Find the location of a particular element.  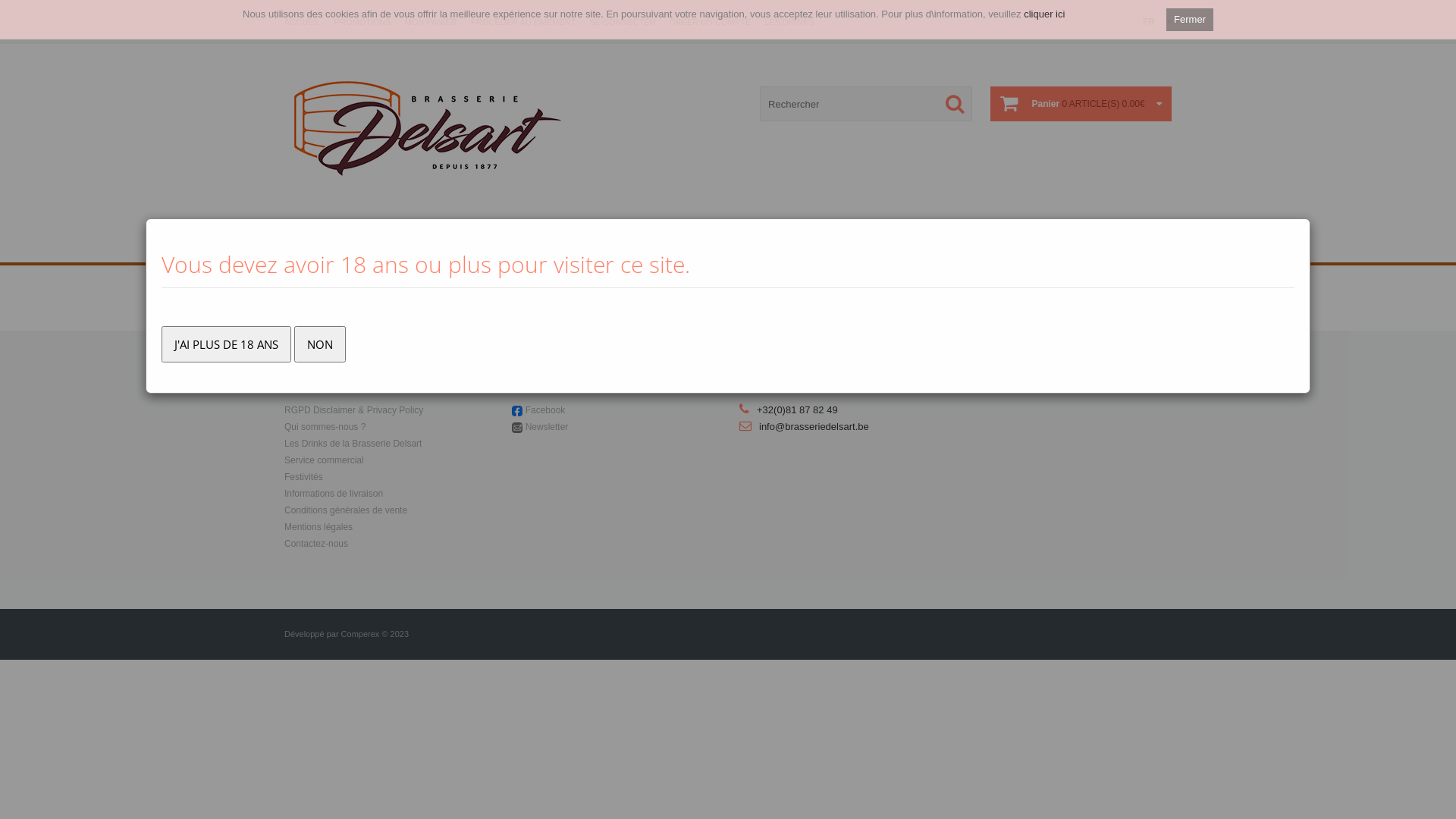

'Fermer' is located at coordinates (1165, 20).